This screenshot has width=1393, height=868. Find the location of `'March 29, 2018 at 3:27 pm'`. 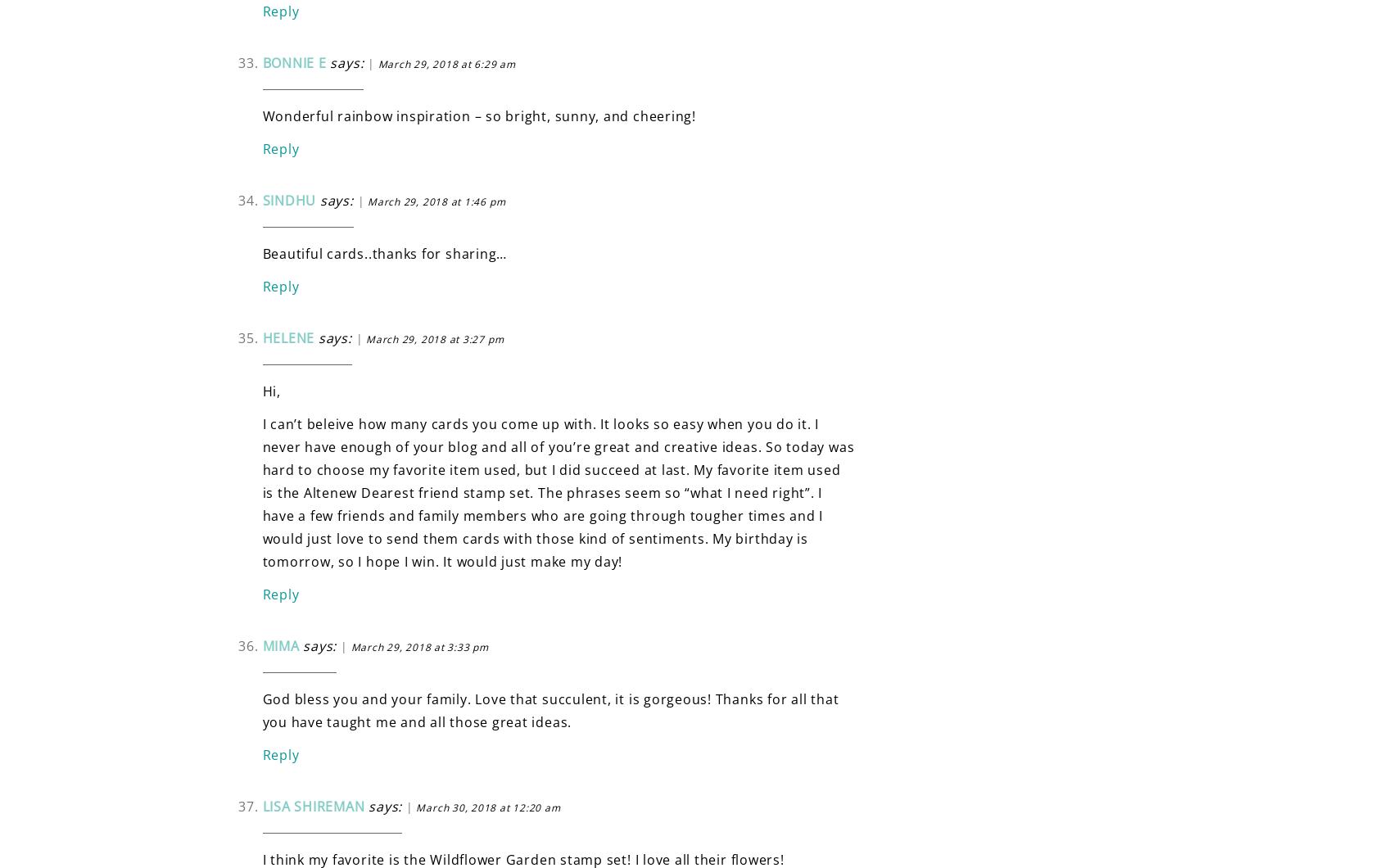

'March 29, 2018 at 3:27 pm' is located at coordinates (435, 337).